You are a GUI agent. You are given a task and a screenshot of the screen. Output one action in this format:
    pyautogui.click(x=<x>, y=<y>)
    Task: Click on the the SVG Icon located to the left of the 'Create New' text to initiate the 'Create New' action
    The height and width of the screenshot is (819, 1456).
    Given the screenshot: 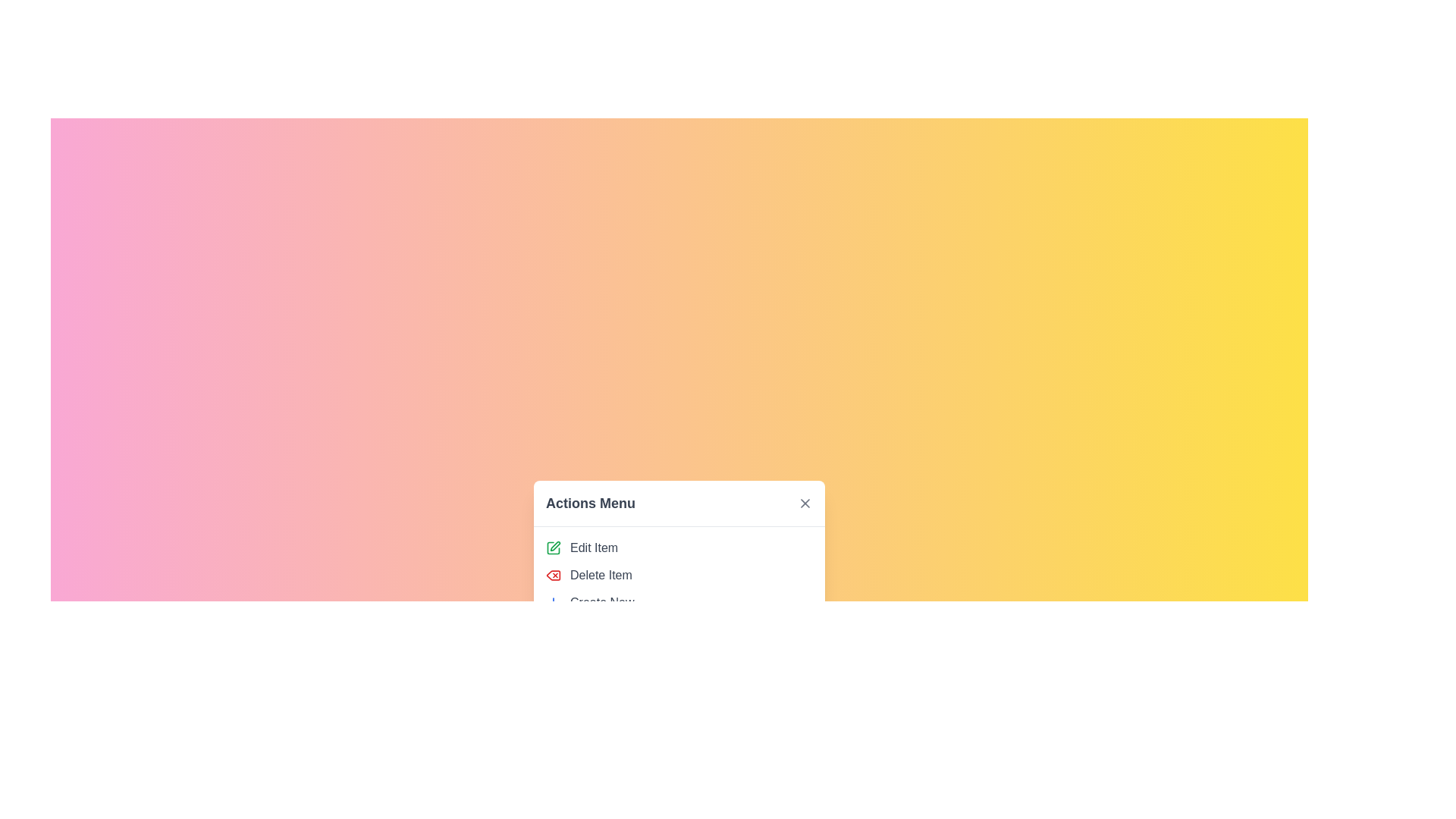 What is the action you would take?
    pyautogui.click(x=552, y=601)
    